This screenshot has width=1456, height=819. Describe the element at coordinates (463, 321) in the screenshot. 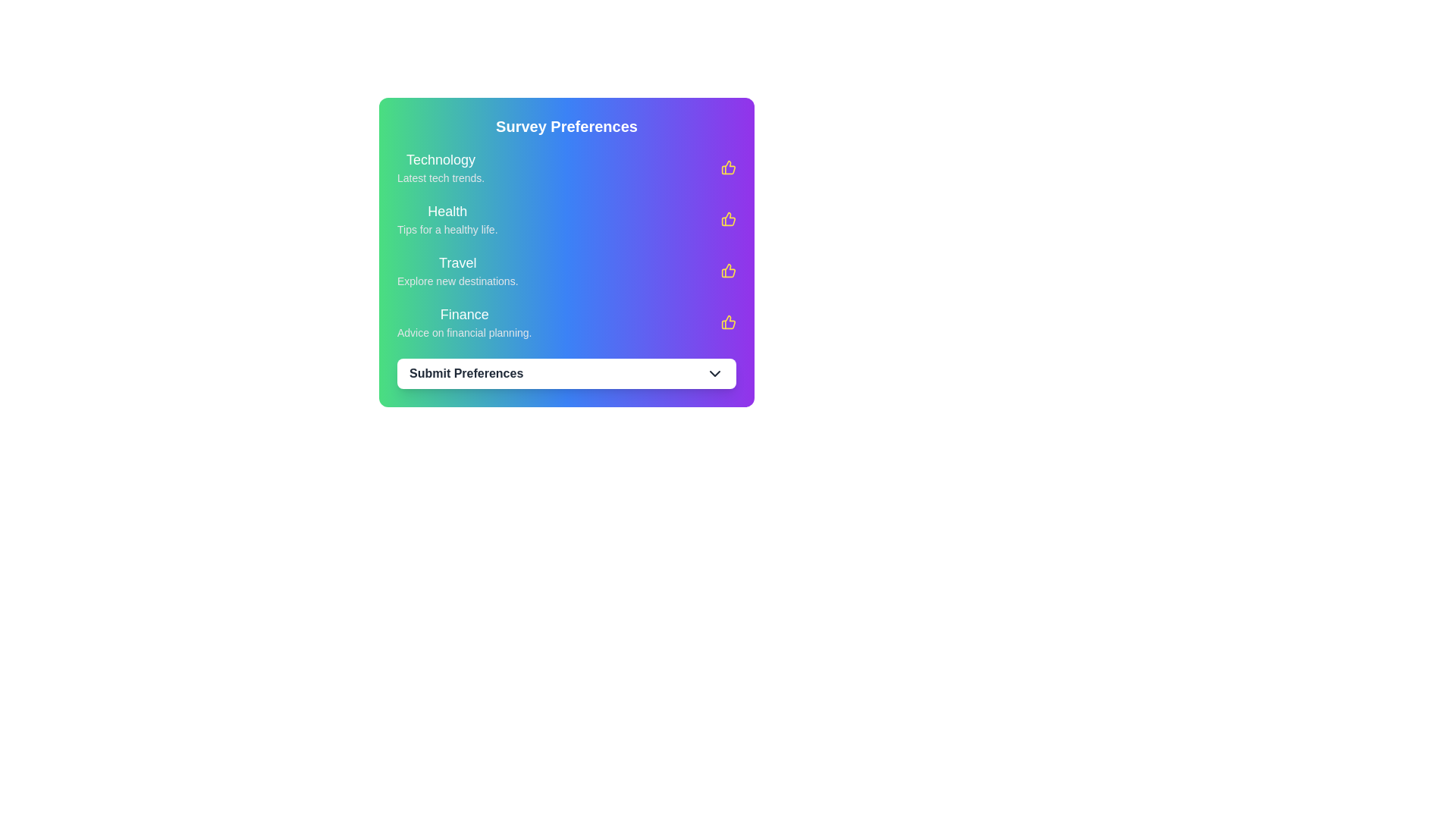

I see `the informational text label titled 'Finance' which provides advice on financial planning, located in the 'Survey Preferences' card layout, as the fourth entry in the list` at that location.